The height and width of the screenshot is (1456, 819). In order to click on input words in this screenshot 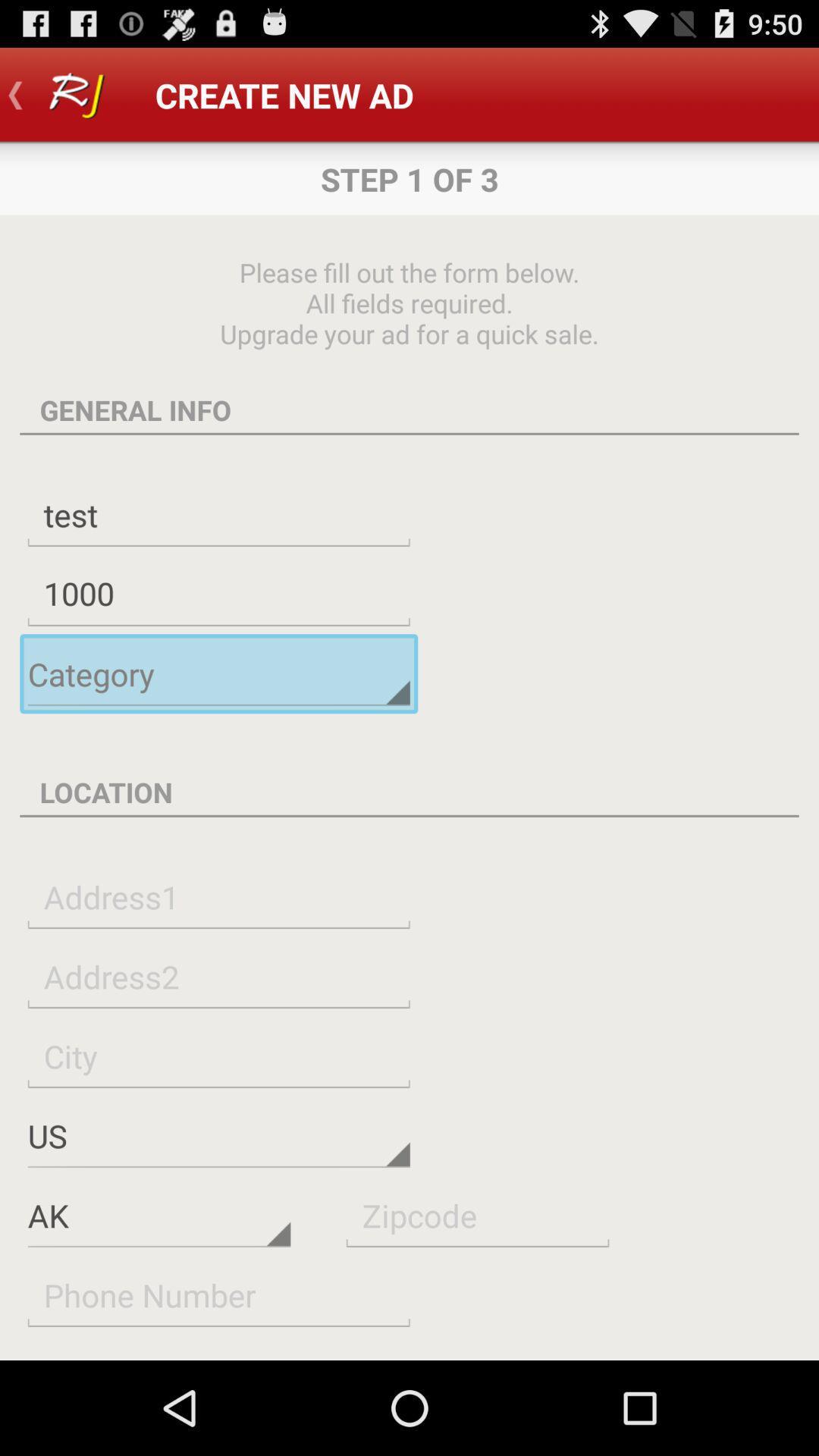, I will do `click(218, 976)`.